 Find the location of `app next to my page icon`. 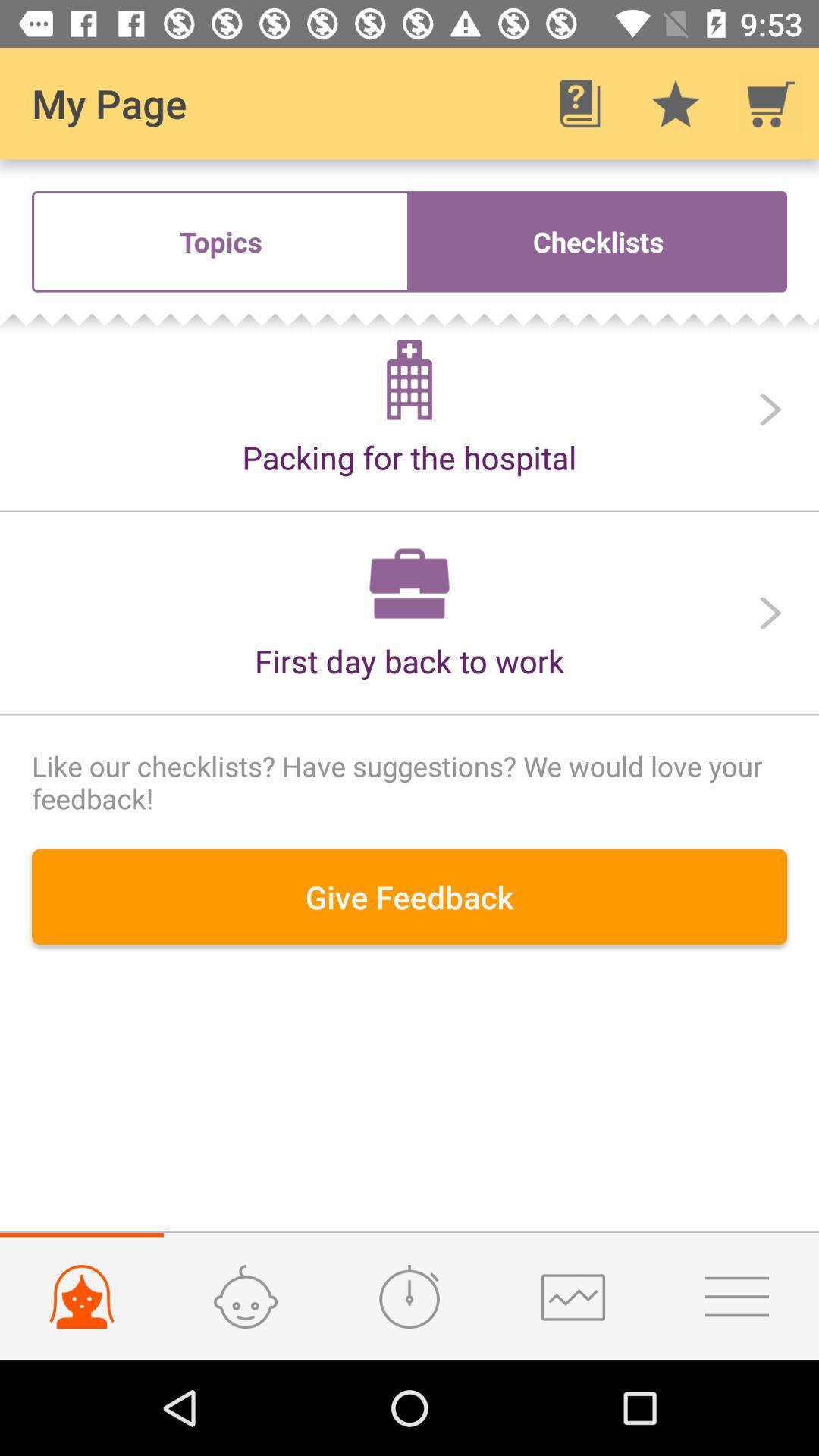

app next to my page icon is located at coordinates (579, 102).